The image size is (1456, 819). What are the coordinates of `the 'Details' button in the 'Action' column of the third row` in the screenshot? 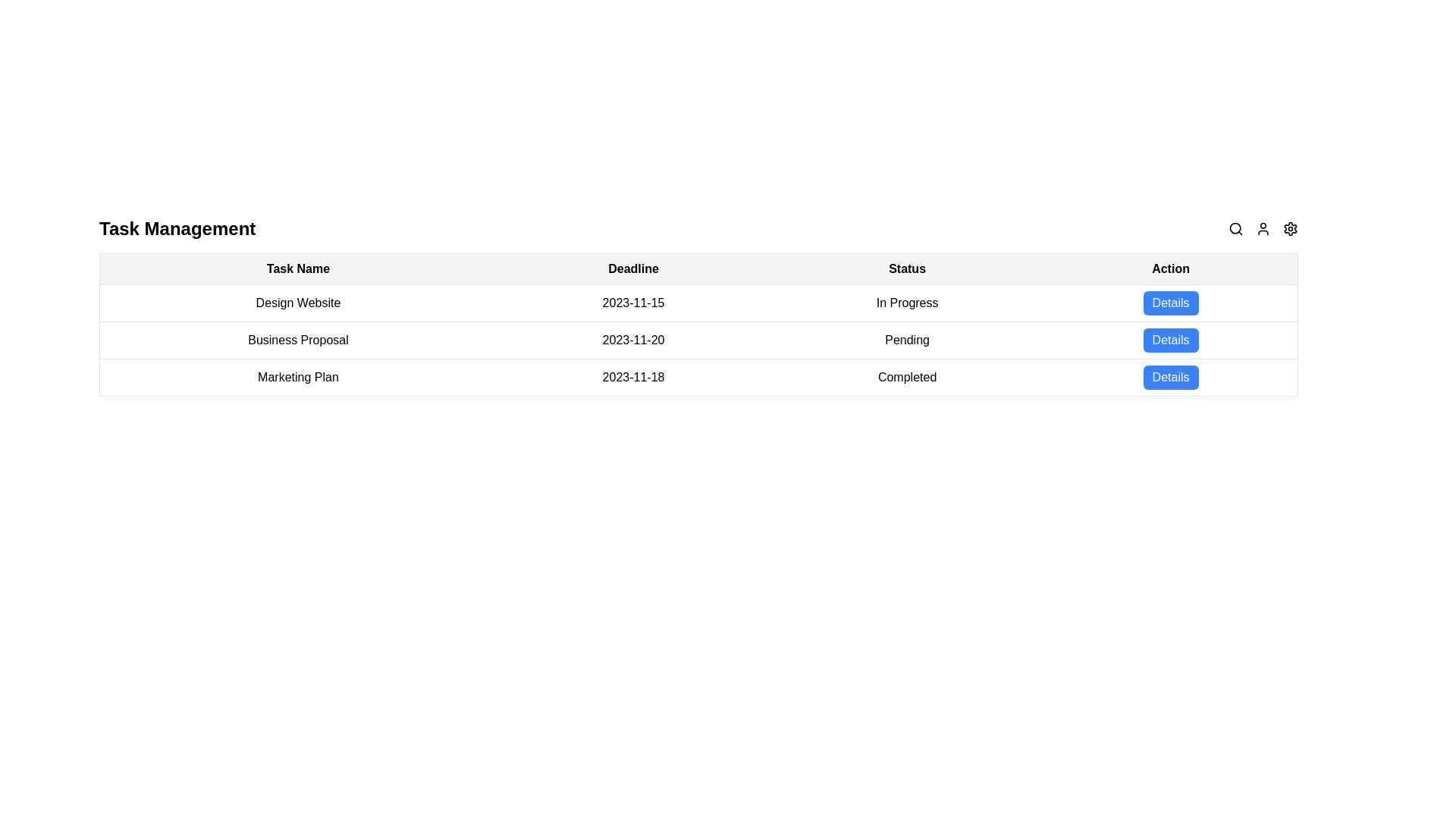 It's located at (1170, 376).